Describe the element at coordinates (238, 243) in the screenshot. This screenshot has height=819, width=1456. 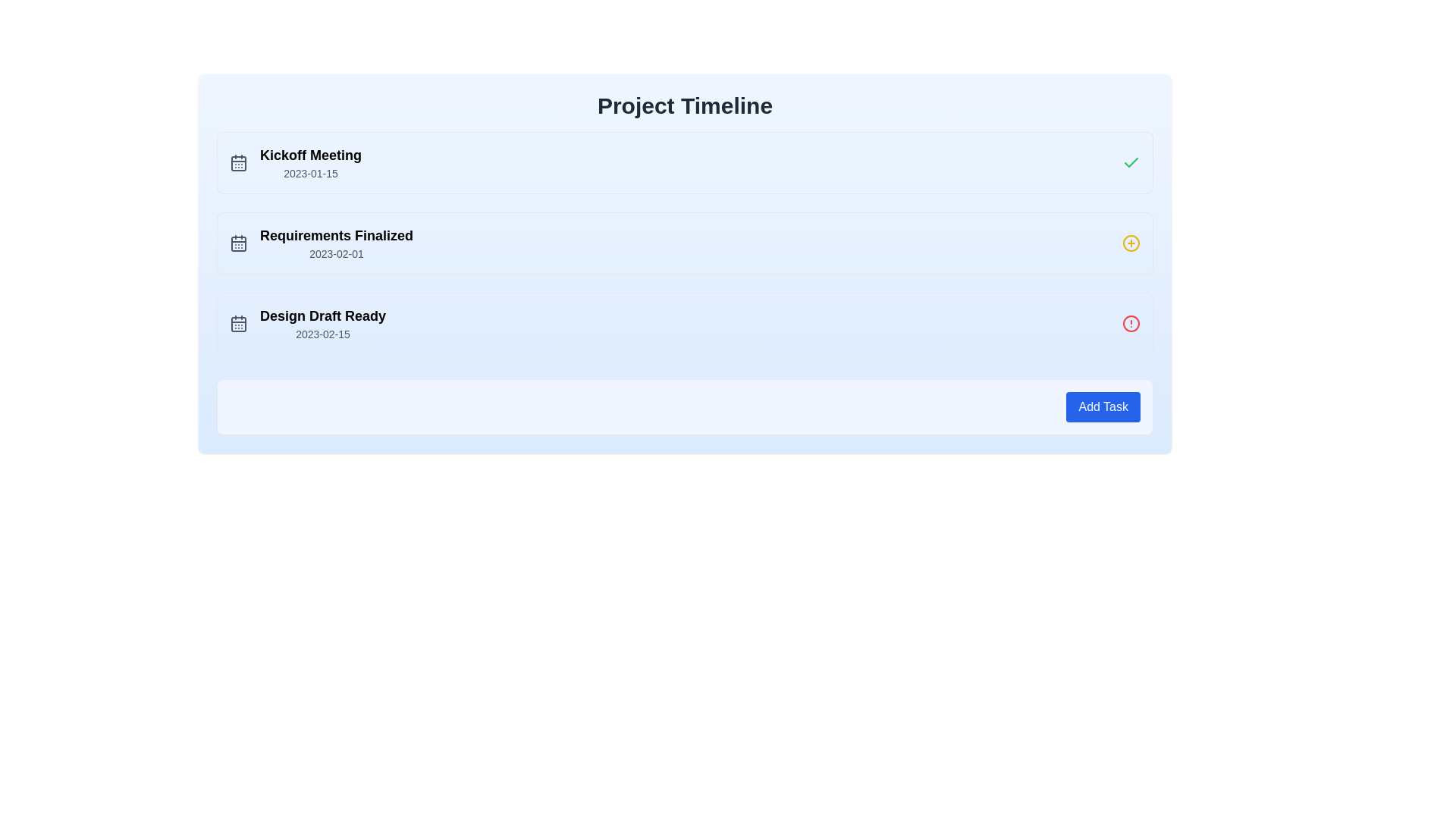
I see `the rounded rectangular SVG element inside the calendar icon next to the text 'Requirements Finalized' in the timeline list` at that location.